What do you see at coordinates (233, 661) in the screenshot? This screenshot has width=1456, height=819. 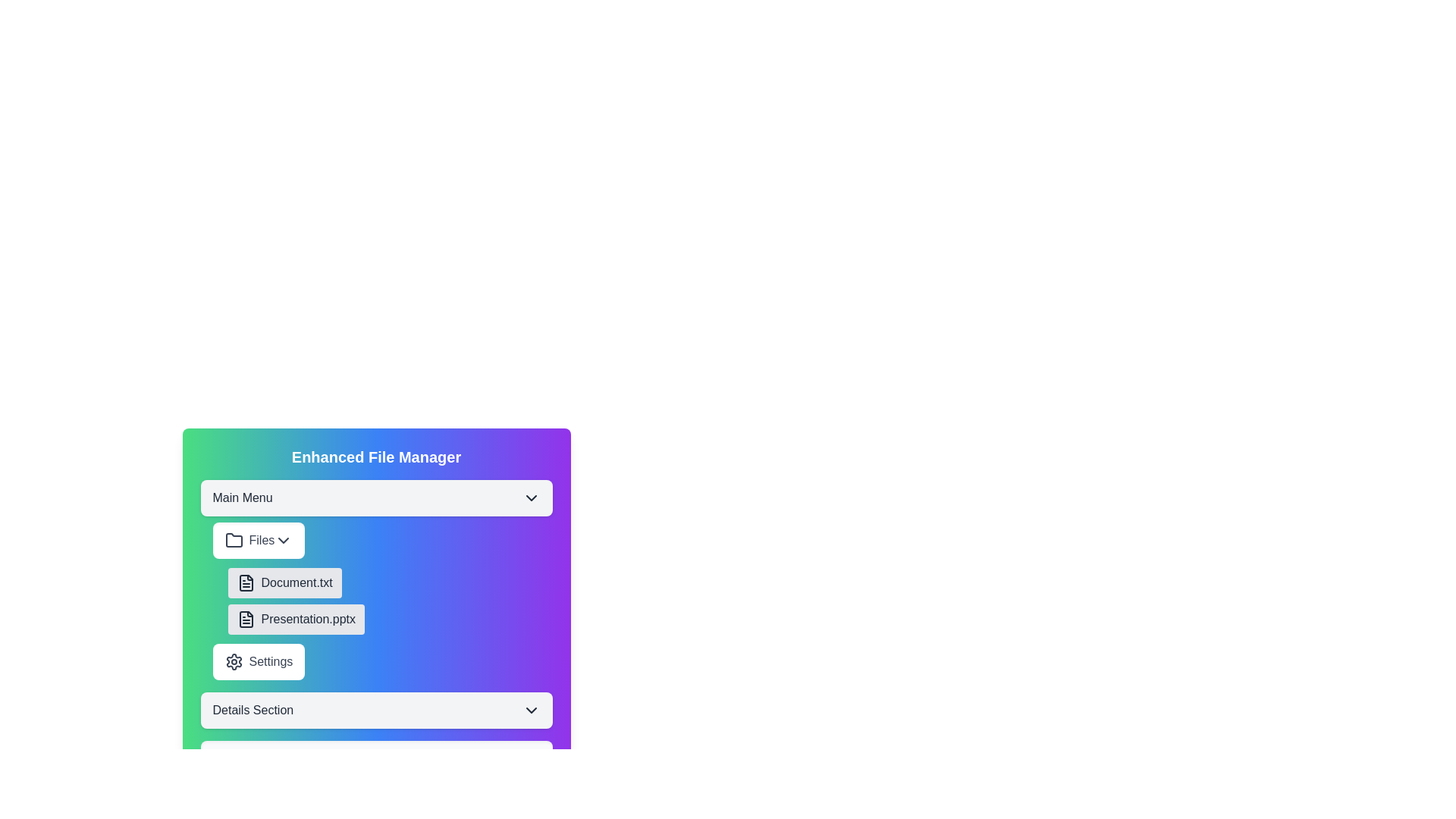 I see `the settings icon located beneath the 'Files' folder icon and above the 'Details Section' dropdown` at bounding box center [233, 661].